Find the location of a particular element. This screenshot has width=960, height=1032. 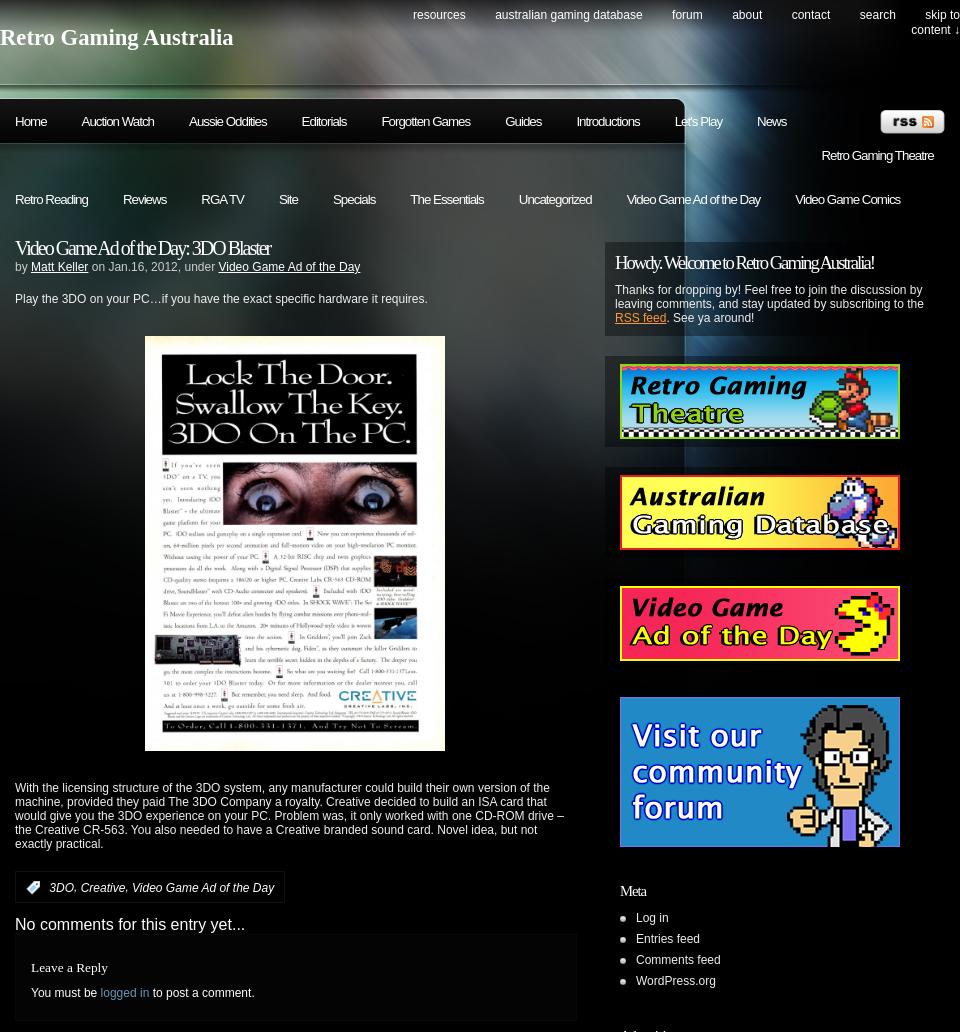

'With the licensing structure of the 3DO system, any manufacturer could build their own version of the machine, provided they paid The 3DO Company a royalty. Creative decided to build an ISA card that would give you the 3DO experience on your PC. Problem was, it only worked with one CD-ROM drive – the Creative CR-563. You also needed to have a Creative branded sound card. Novel idea, but not exactly practical.' is located at coordinates (287, 816).